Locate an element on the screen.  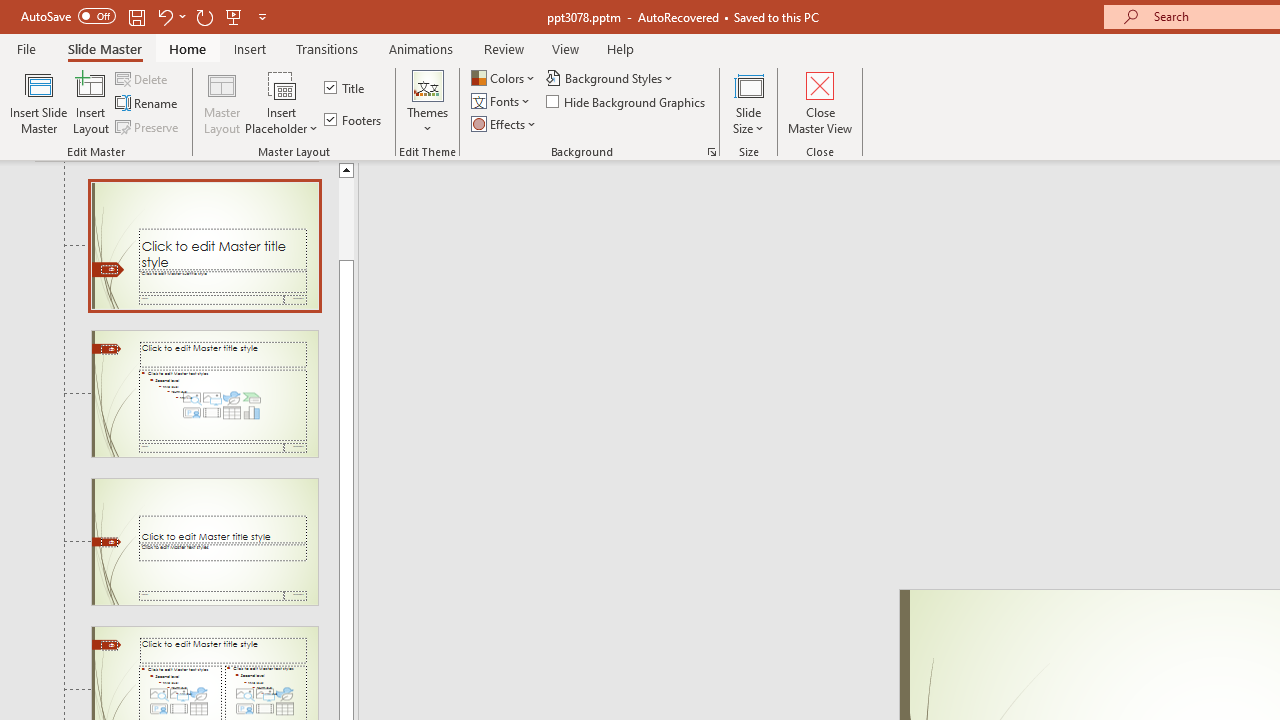
'Preserve' is located at coordinates (148, 127).